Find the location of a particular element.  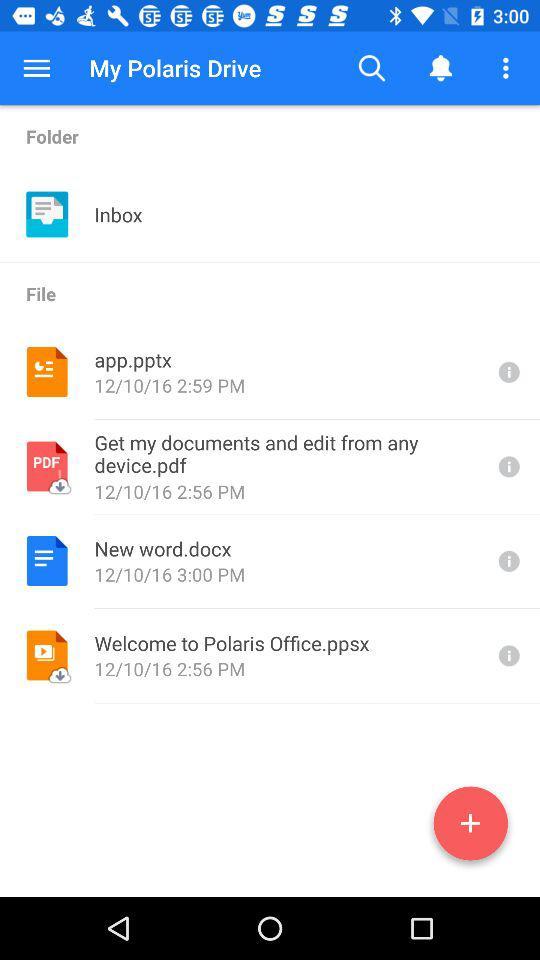

the item to the left of the my polaris drive is located at coordinates (36, 68).